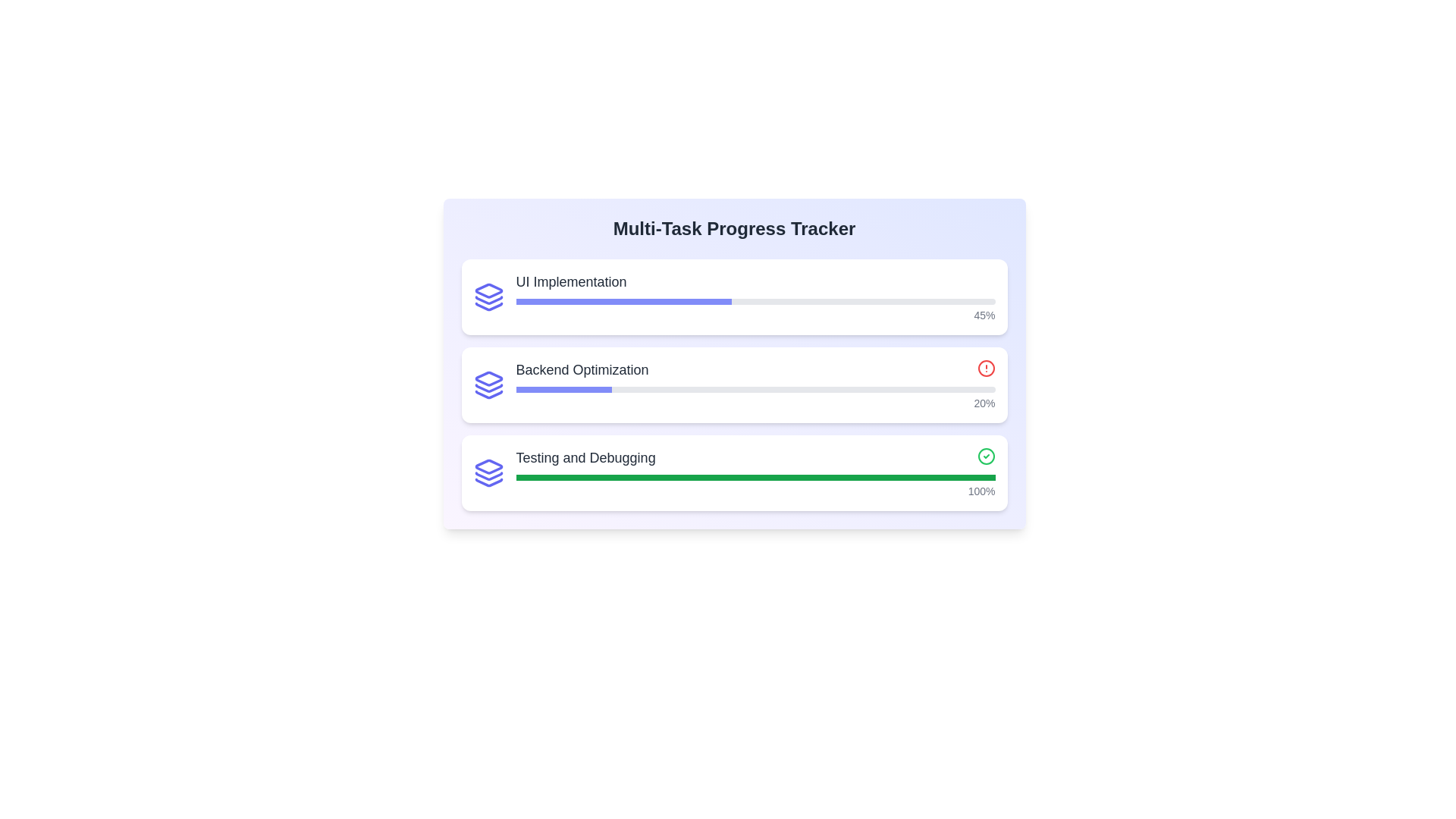 This screenshot has height=819, width=1456. Describe the element at coordinates (488, 475) in the screenshot. I see `the second layer decorative icon located to the left of the 'Testing and Debugging' section` at that location.